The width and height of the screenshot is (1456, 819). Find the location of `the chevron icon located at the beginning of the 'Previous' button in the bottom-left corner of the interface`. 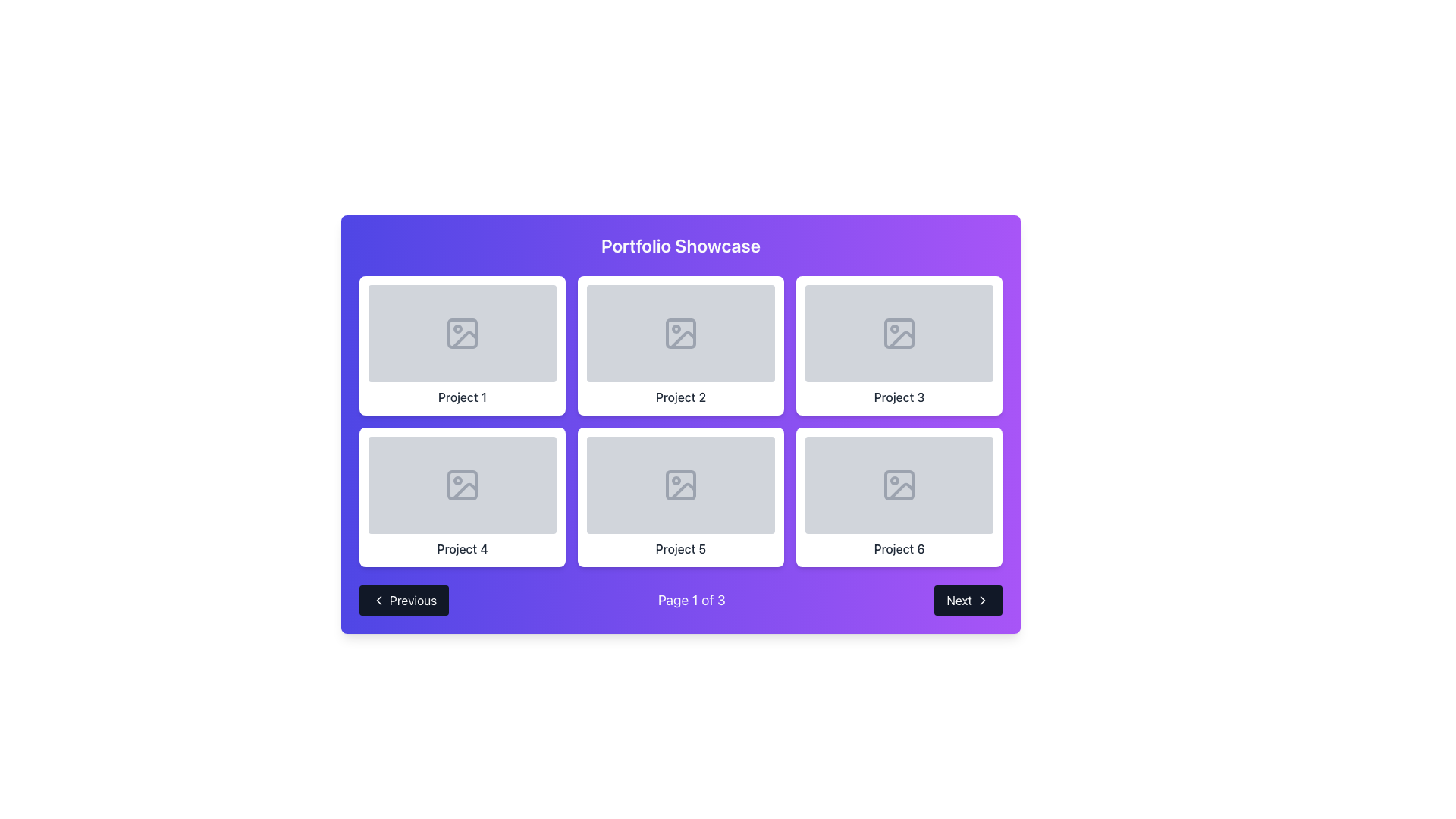

the chevron icon located at the beginning of the 'Previous' button in the bottom-left corner of the interface is located at coordinates (378, 599).